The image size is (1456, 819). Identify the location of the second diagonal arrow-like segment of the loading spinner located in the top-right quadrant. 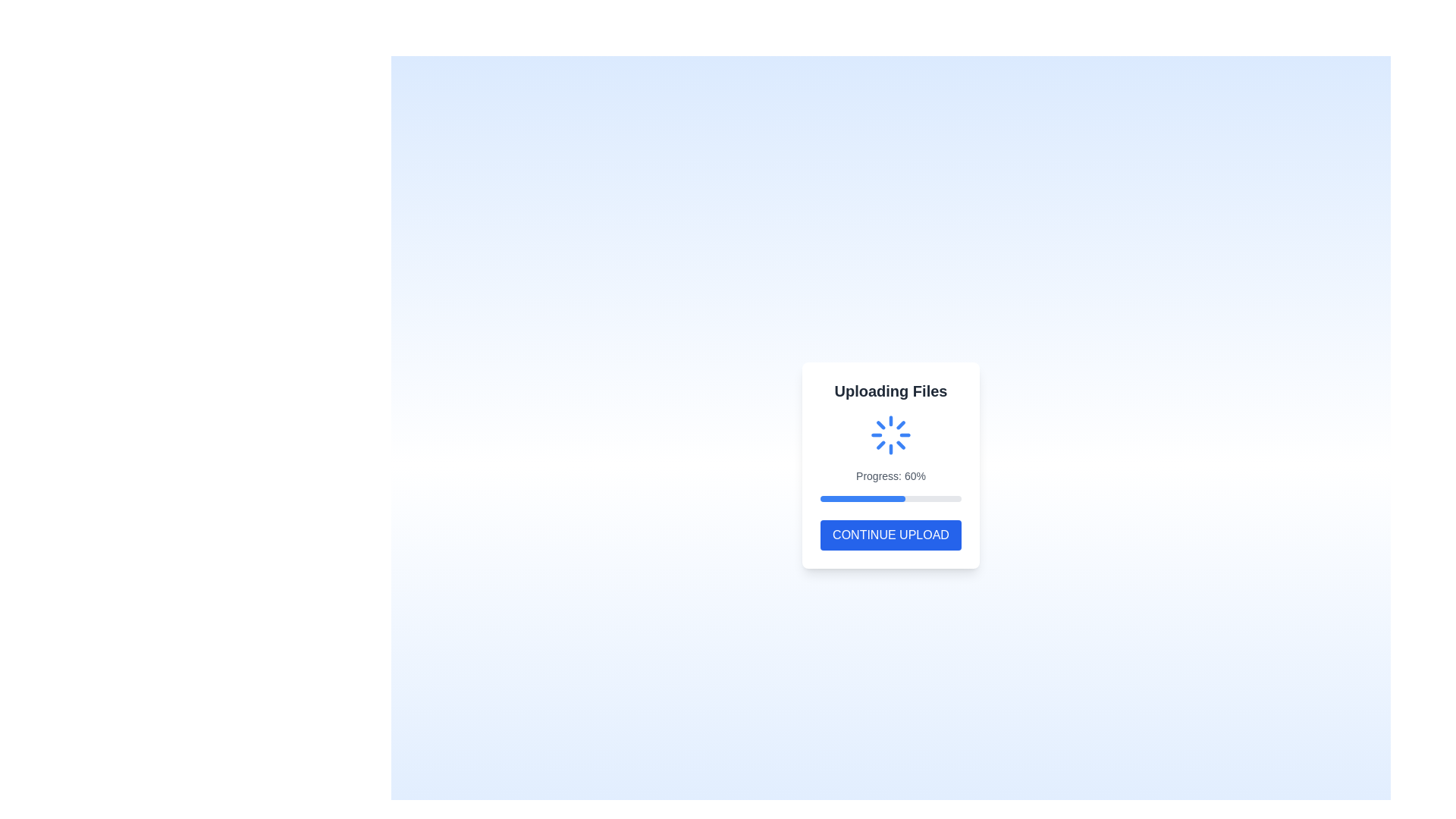
(884, 447).